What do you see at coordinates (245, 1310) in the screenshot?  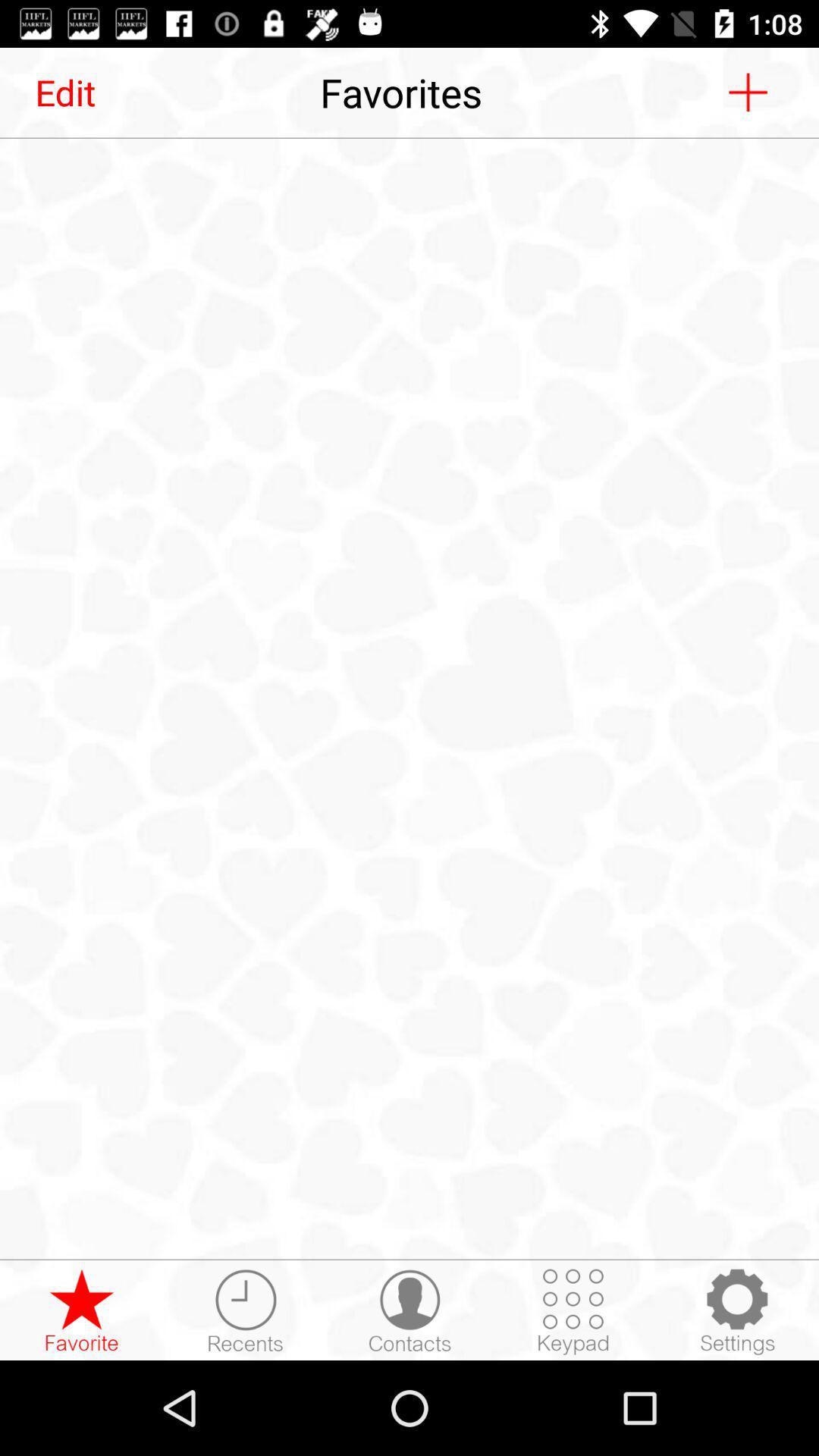 I see `recent items` at bounding box center [245, 1310].